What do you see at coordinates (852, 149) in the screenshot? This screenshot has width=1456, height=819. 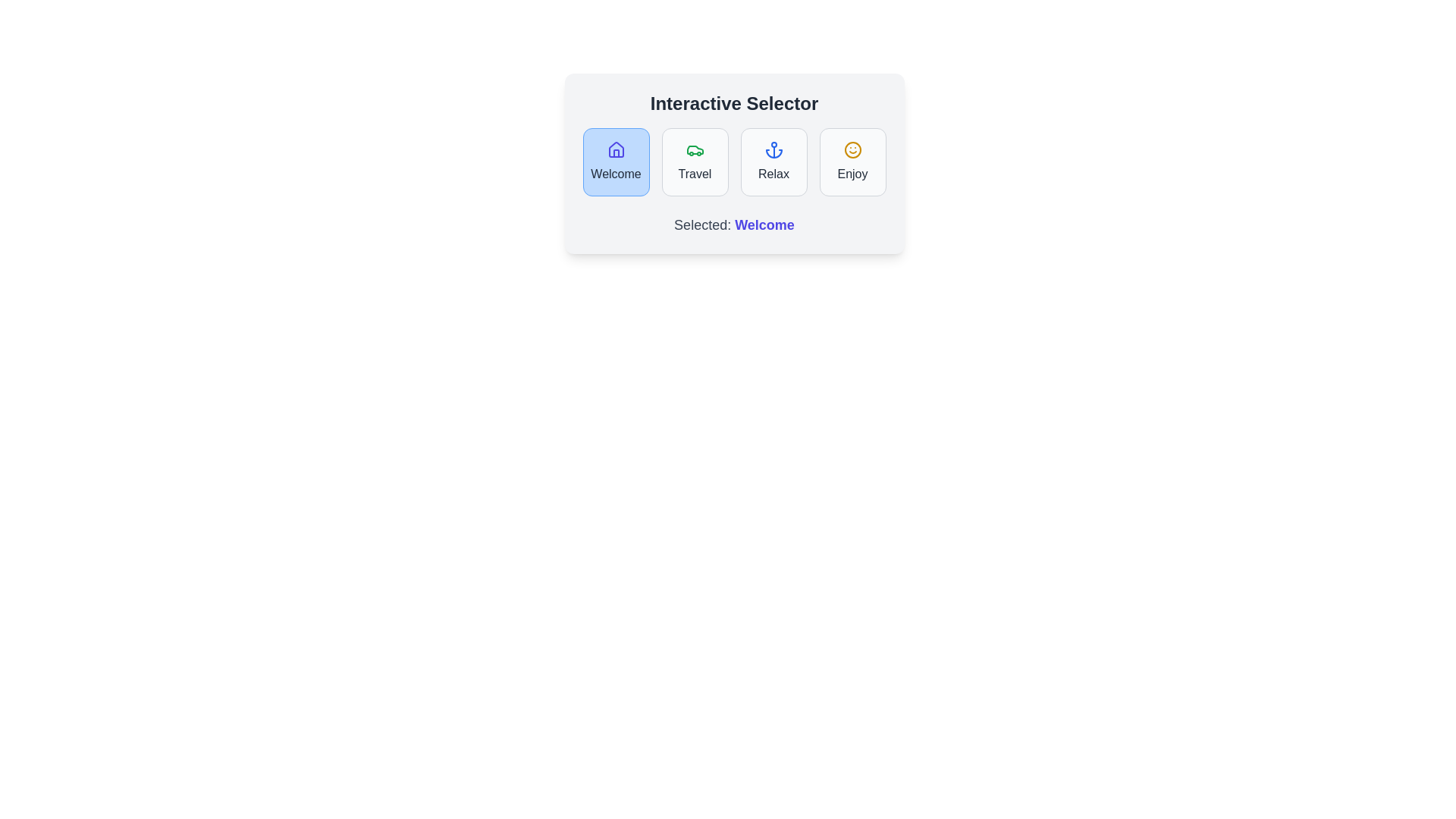 I see `the icon representing the 'Enjoy' category in the fourth selectable box under the 'Interactive Selector' label` at bounding box center [852, 149].